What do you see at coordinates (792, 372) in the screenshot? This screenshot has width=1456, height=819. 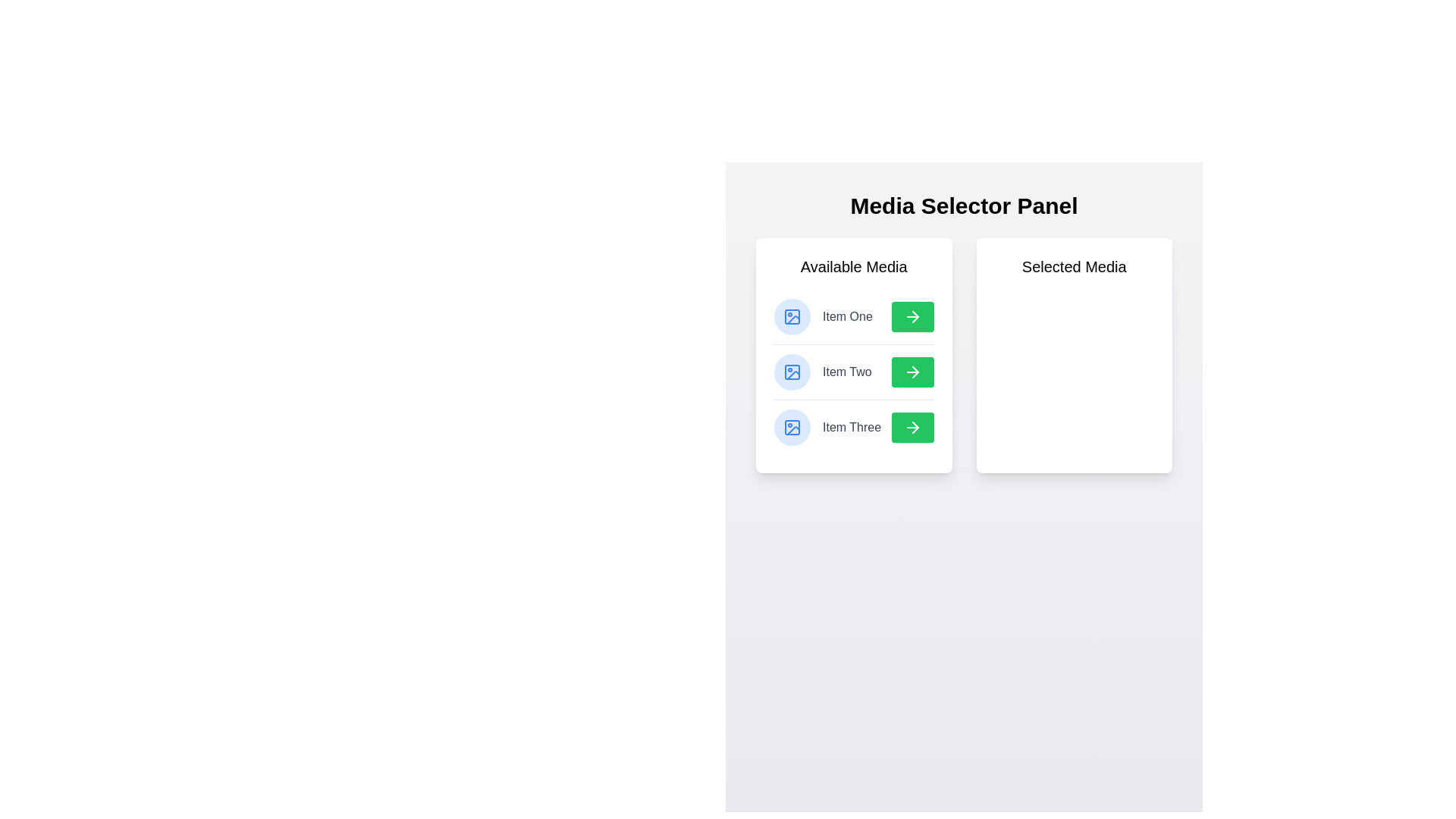 I see `the icon representing 'Item Two' in the 'Available Media' section, which is located to the left of the text label 'Item Two'` at bounding box center [792, 372].